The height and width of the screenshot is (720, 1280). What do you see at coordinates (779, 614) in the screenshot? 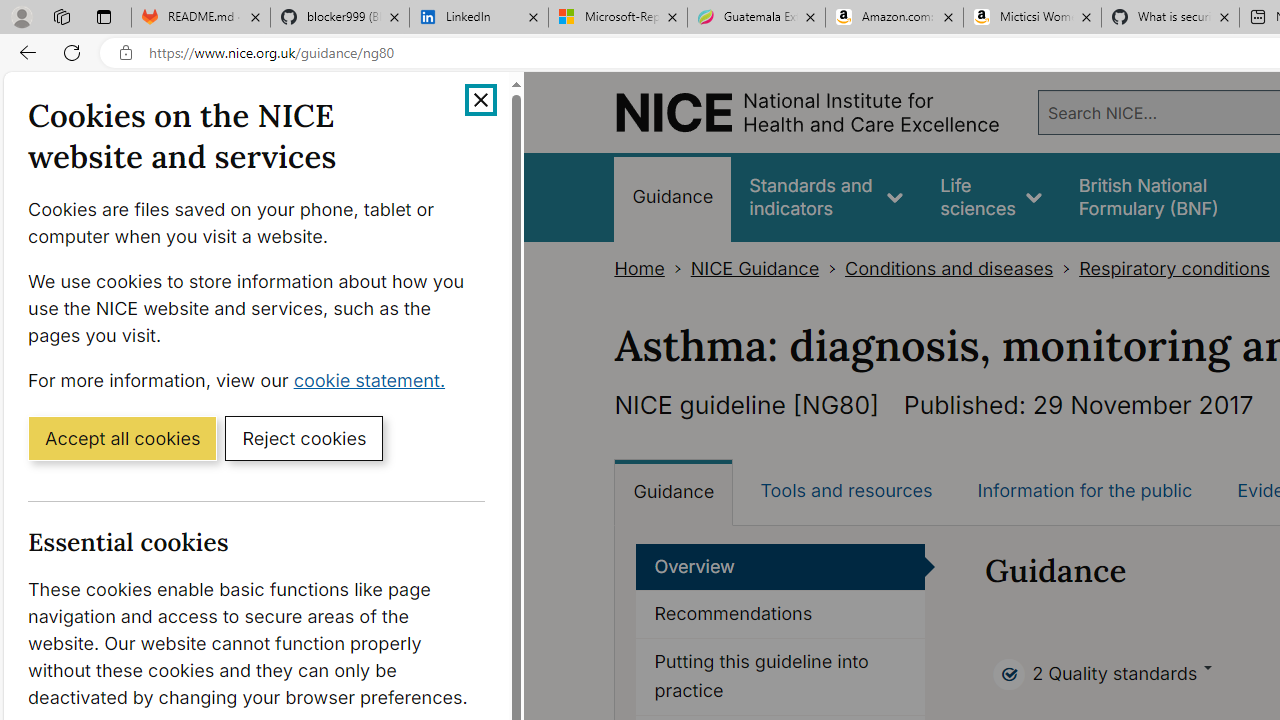
I see `'Recommendations'` at bounding box center [779, 614].